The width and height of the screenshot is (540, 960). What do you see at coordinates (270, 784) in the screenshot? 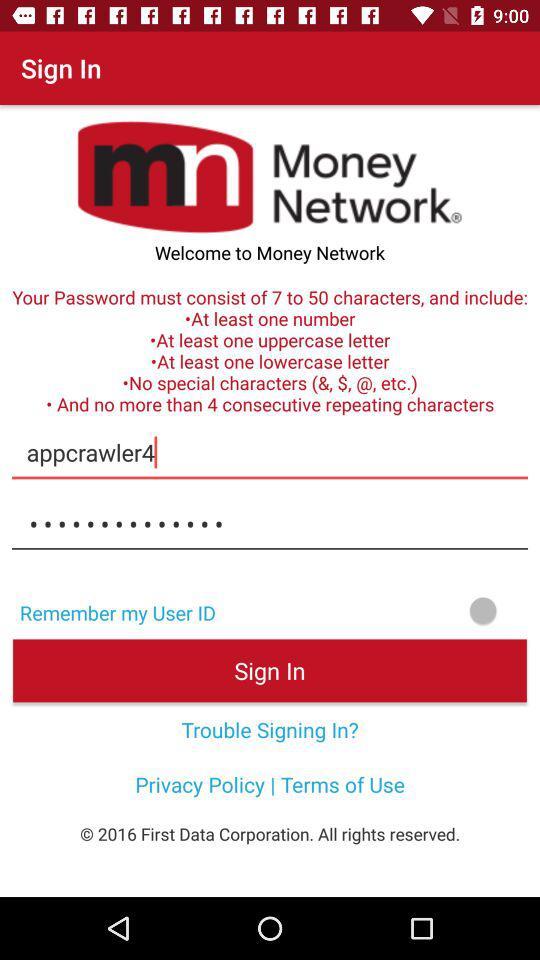
I see `icon below trouble signing in? icon` at bounding box center [270, 784].